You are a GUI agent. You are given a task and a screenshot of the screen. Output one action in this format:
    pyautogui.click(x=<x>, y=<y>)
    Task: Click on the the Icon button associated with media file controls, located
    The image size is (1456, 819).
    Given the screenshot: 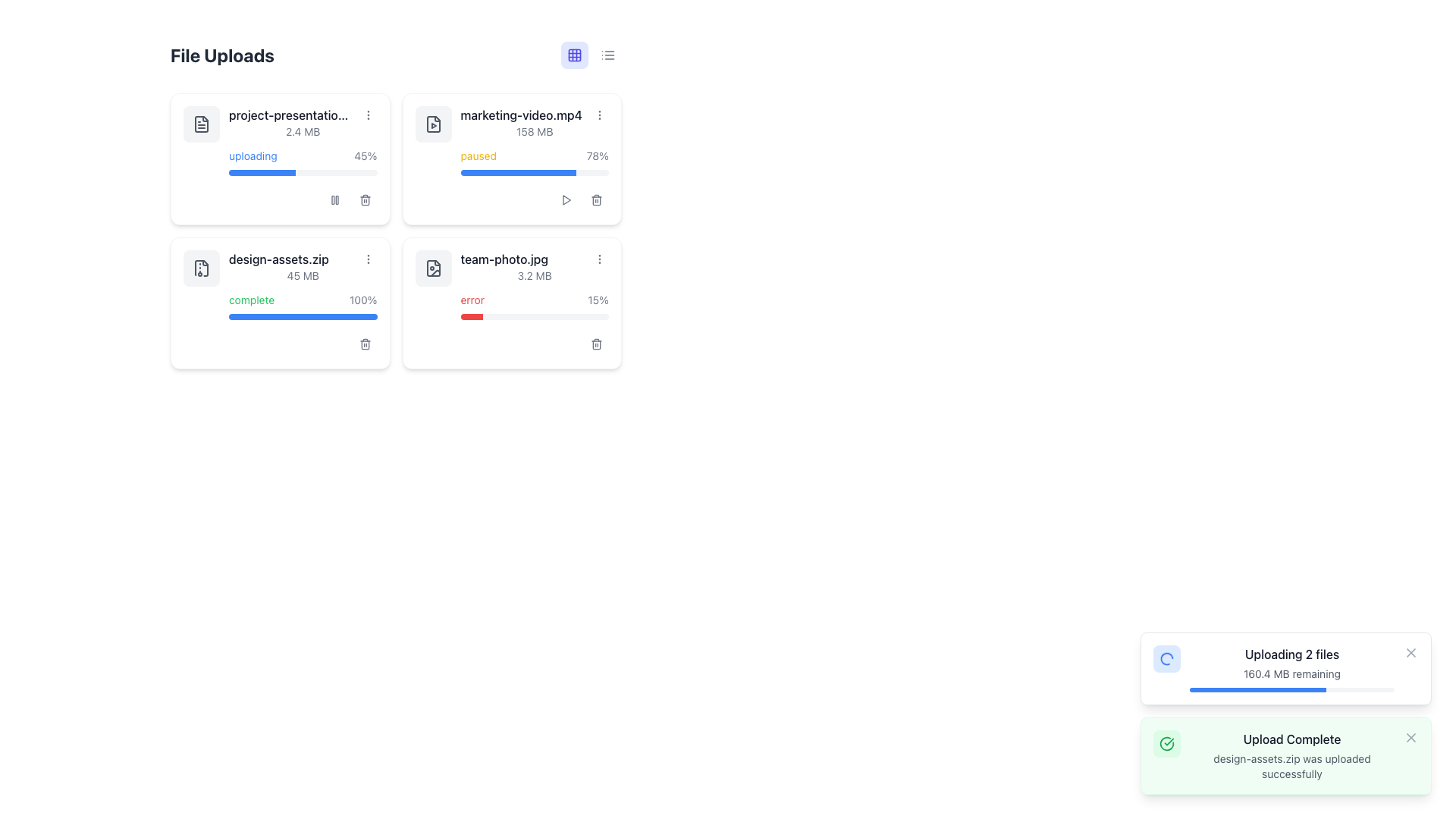 What is the action you would take?
    pyautogui.click(x=566, y=199)
    